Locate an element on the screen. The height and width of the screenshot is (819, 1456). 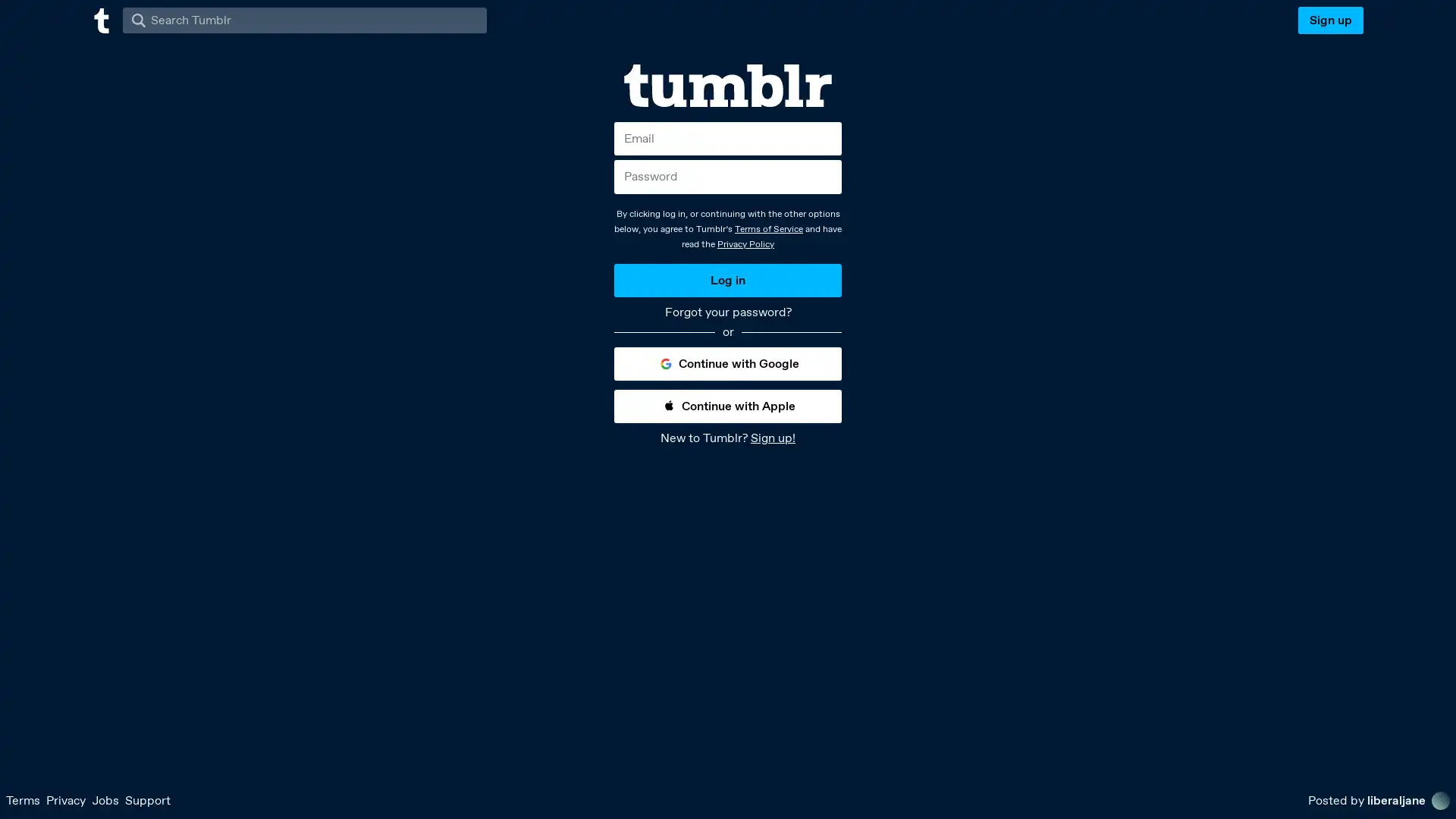
Log in is located at coordinates (728, 280).